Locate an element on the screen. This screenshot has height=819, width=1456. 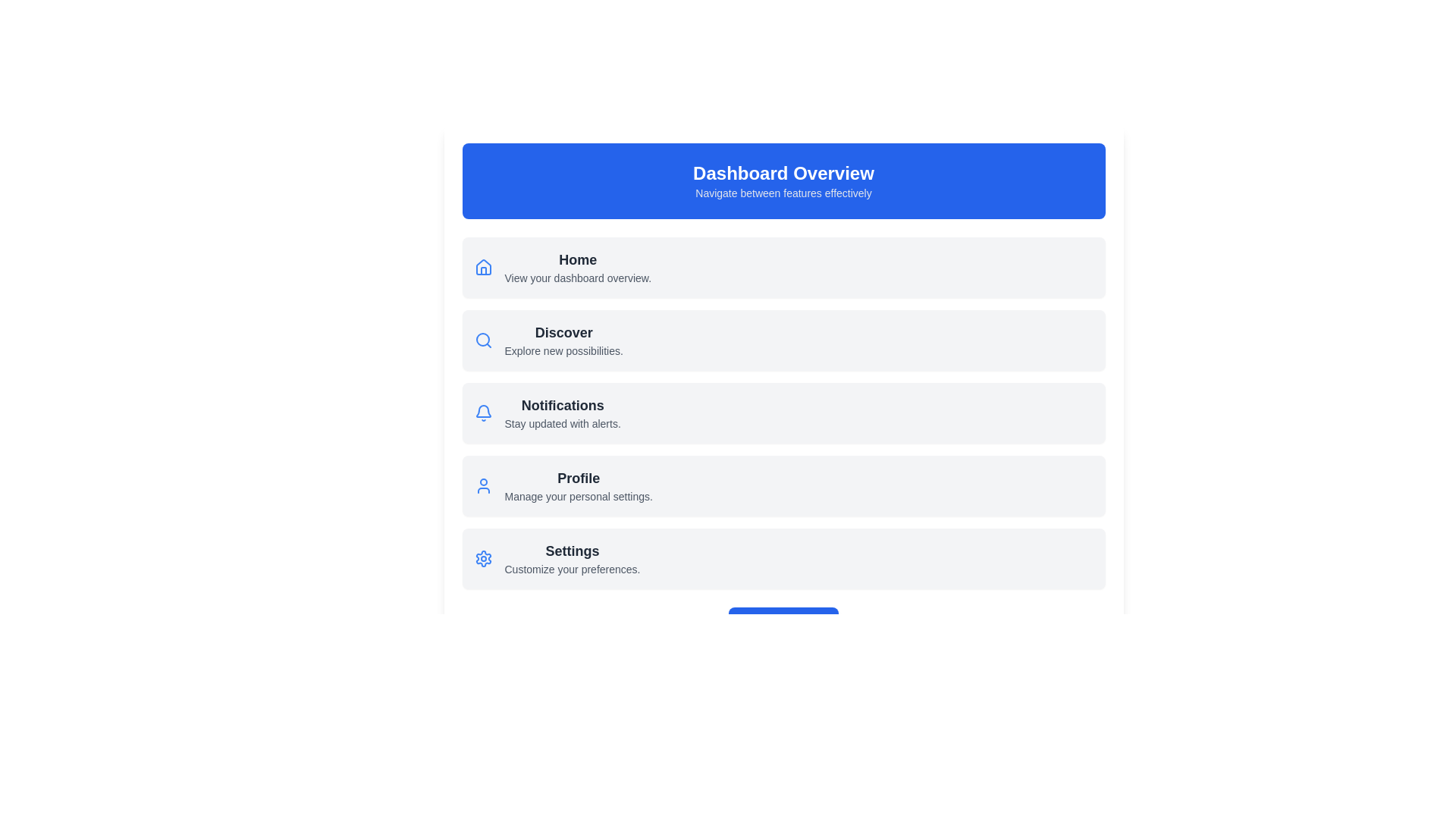
the blue button labeled 'Learn More', which is located in the bottom section of the 'Dashboard Overview' card, to potentially see a visual effect is located at coordinates (783, 626).